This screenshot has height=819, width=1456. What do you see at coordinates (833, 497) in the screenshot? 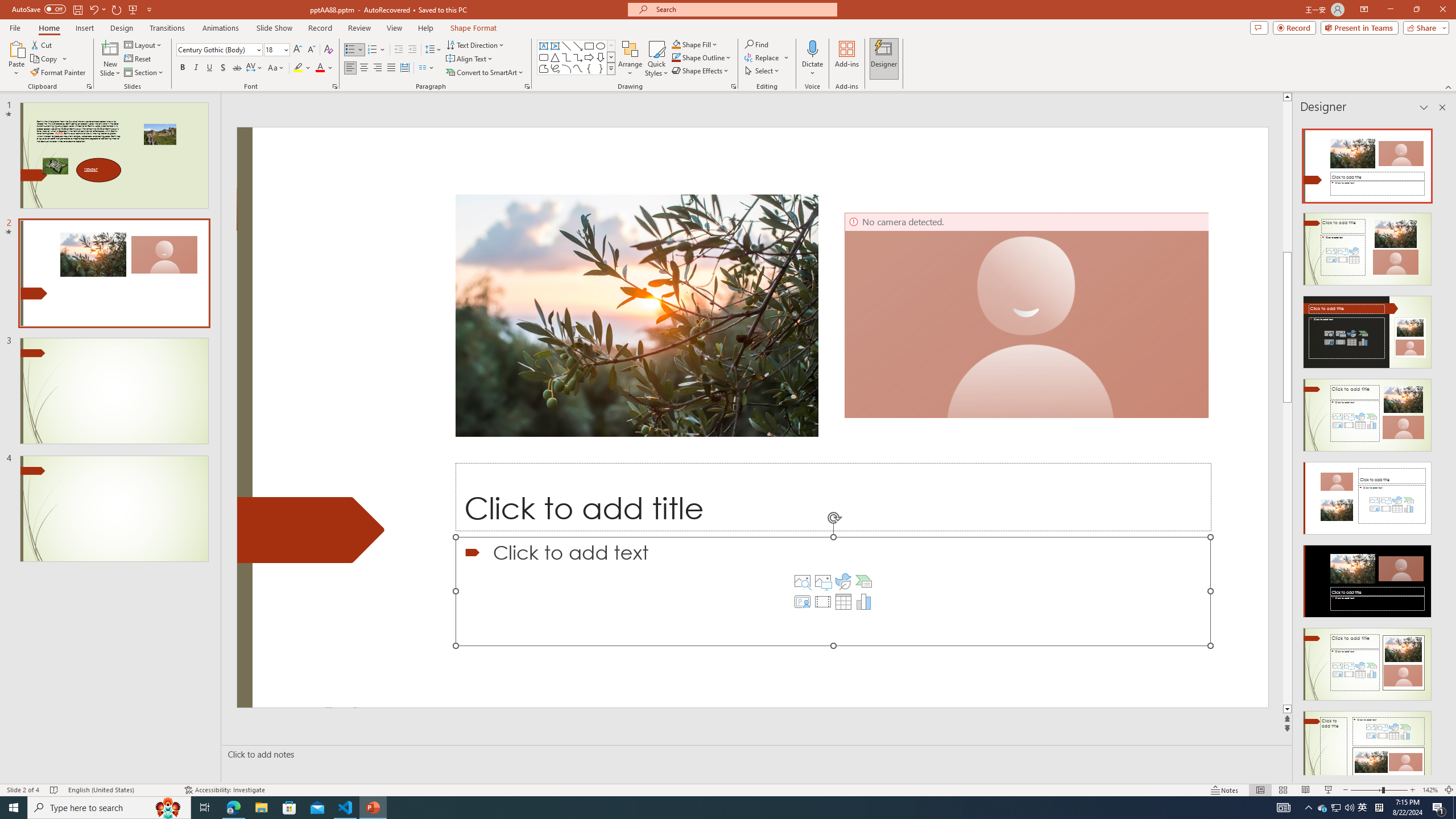
I see `'Title TextBox'` at bounding box center [833, 497].